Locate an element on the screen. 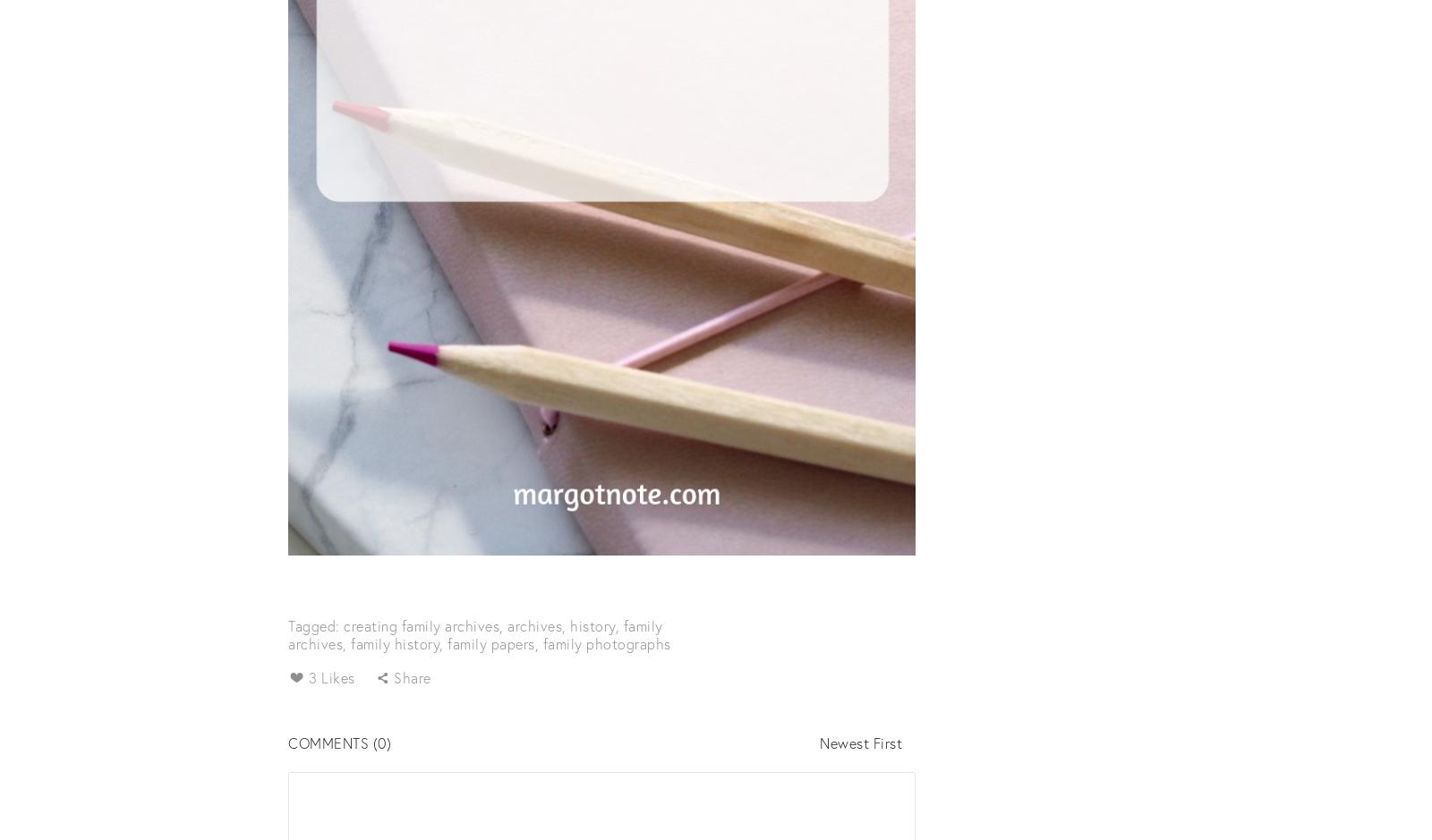  'Tagged:' is located at coordinates (315, 624).